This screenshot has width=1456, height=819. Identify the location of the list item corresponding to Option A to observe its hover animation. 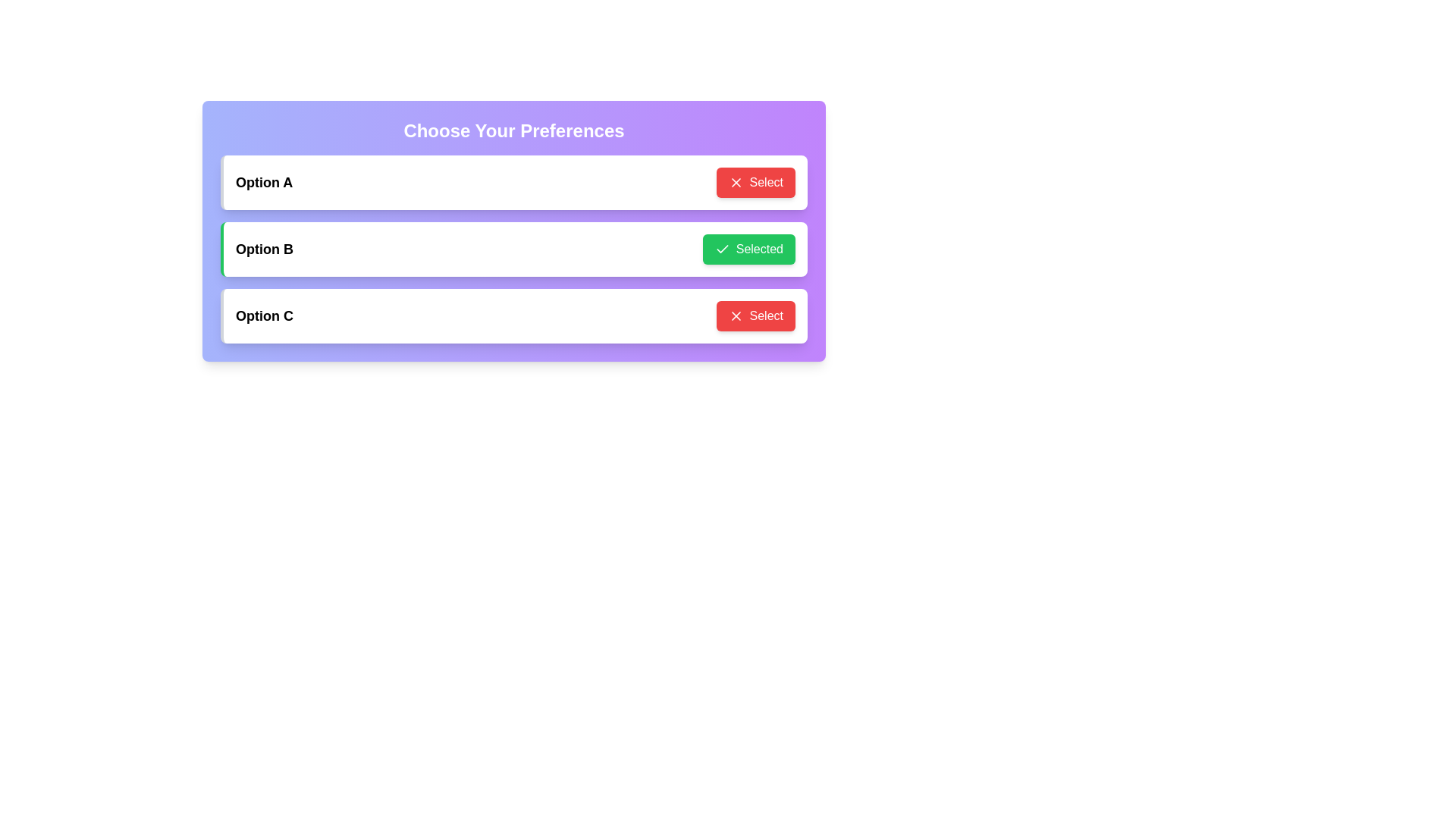
(513, 181).